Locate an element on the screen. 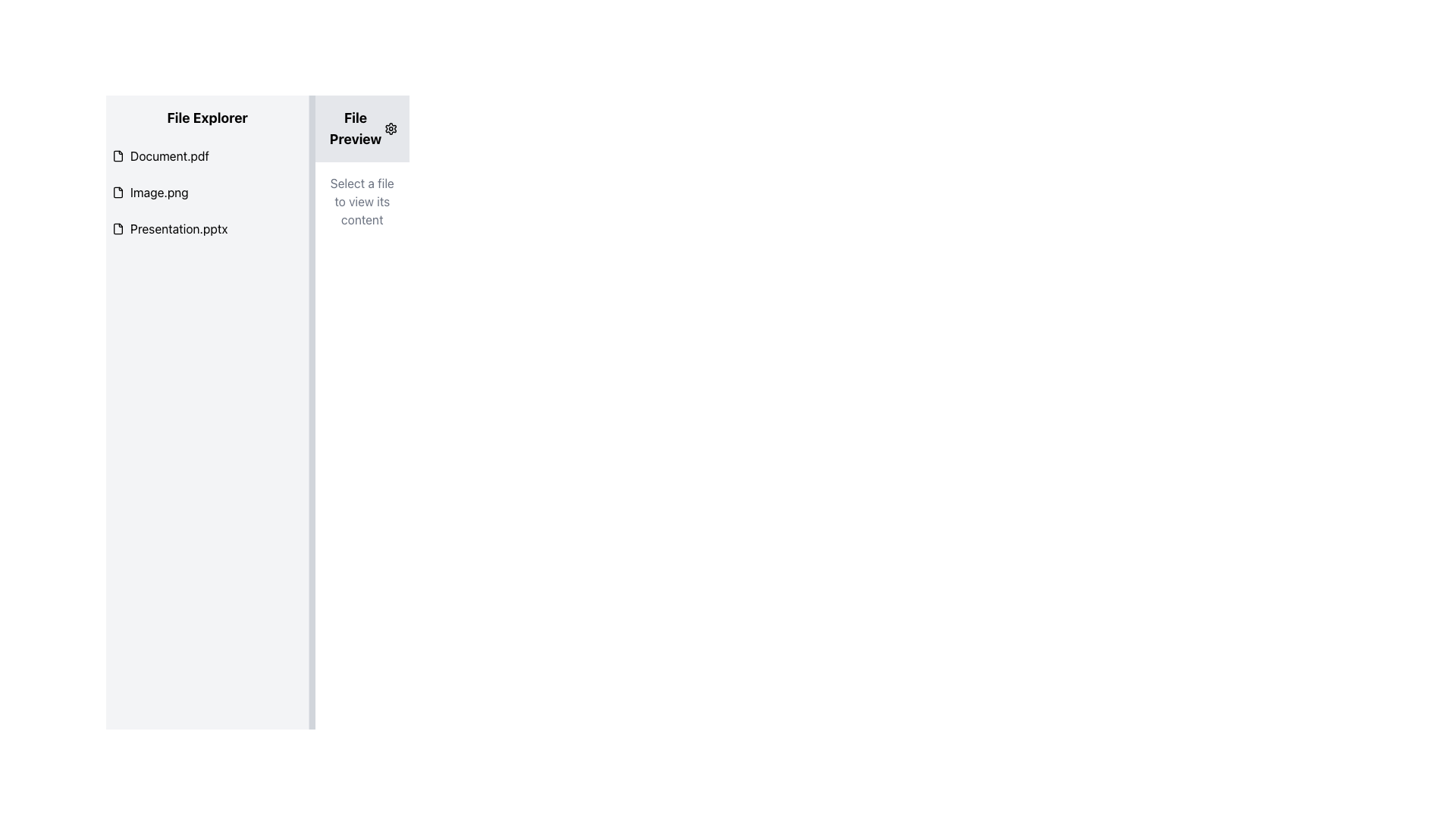 This screenshot has height=819, width=1456. placeholder instruction text located in the 'File Preview' panel, which guides users to select a file from the 'File Explorer' is located at coordinates (361, 201).